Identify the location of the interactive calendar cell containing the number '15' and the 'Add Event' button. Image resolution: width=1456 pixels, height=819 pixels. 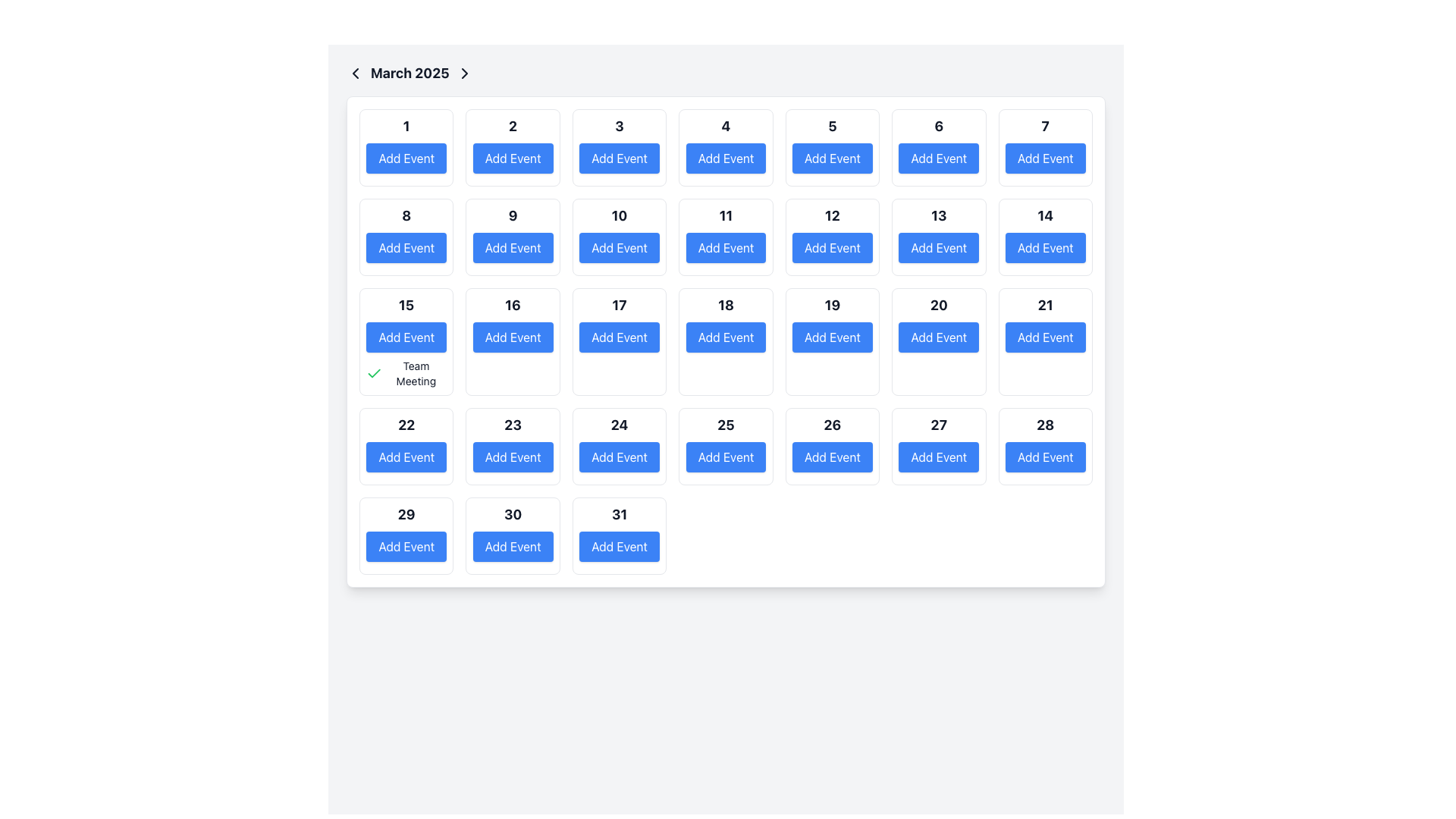
(406, 342).